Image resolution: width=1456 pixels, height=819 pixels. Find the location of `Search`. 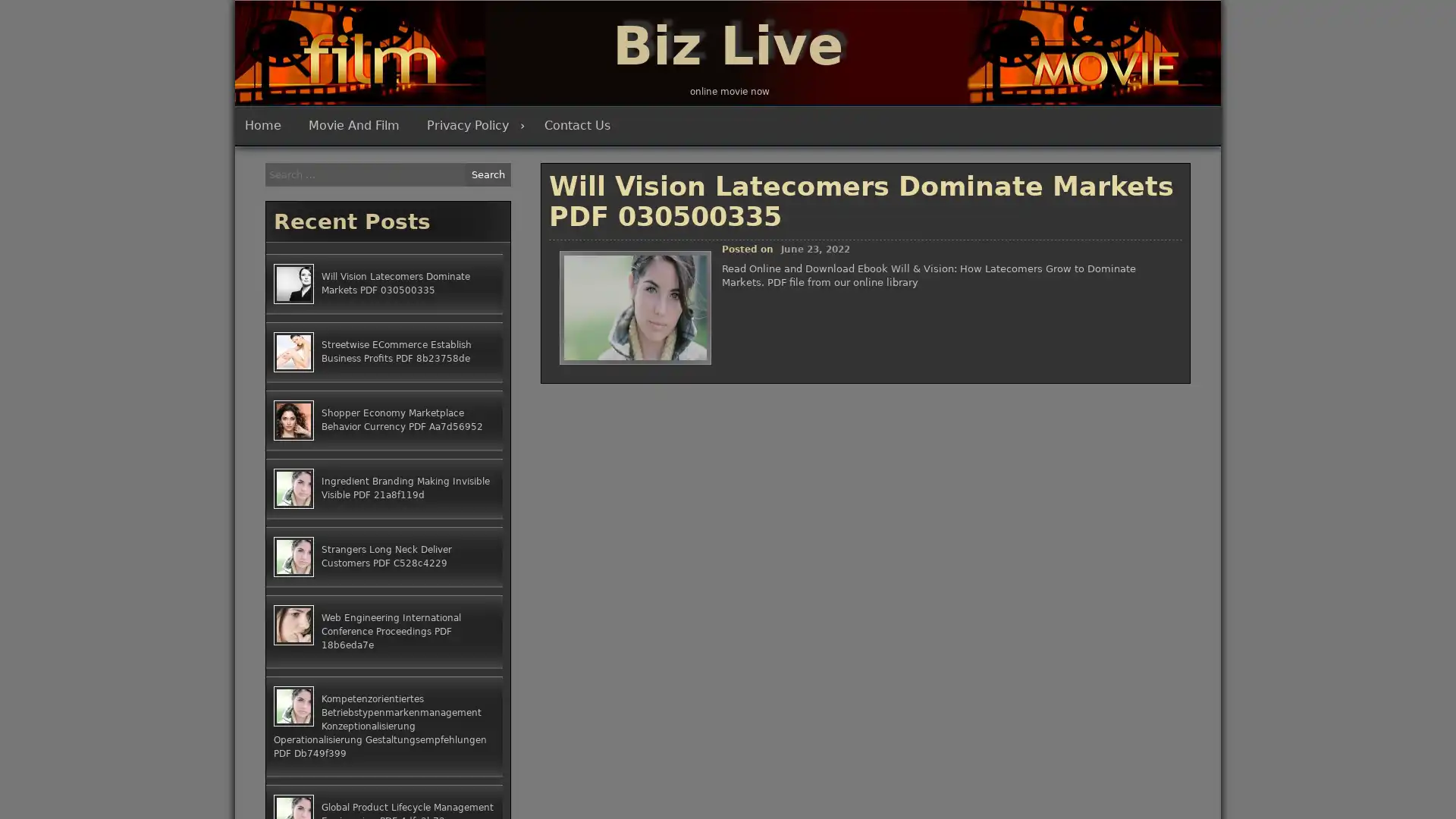

Search is located at coordinates (488, 174).